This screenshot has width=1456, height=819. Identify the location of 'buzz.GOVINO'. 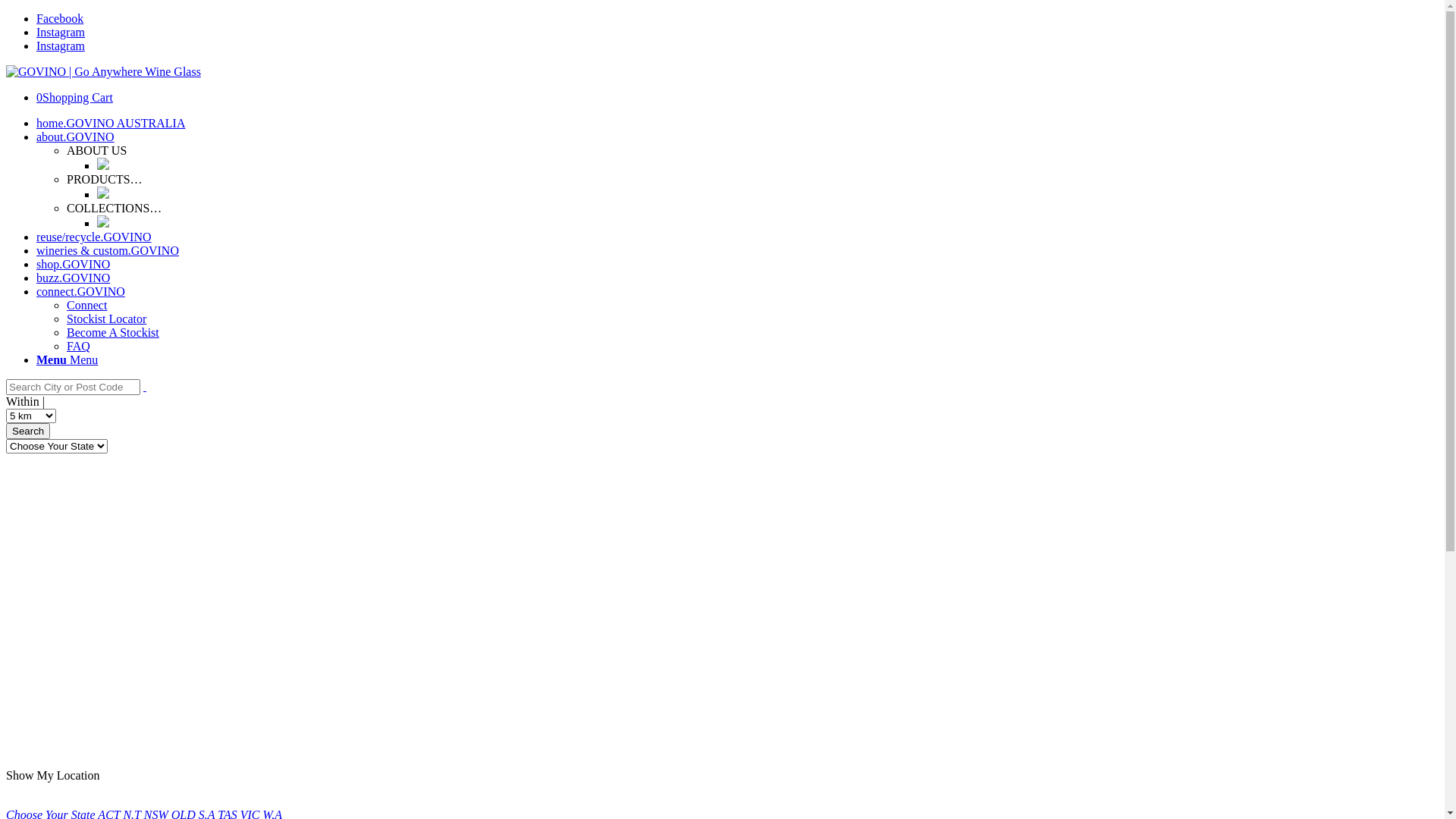
(72, 278).